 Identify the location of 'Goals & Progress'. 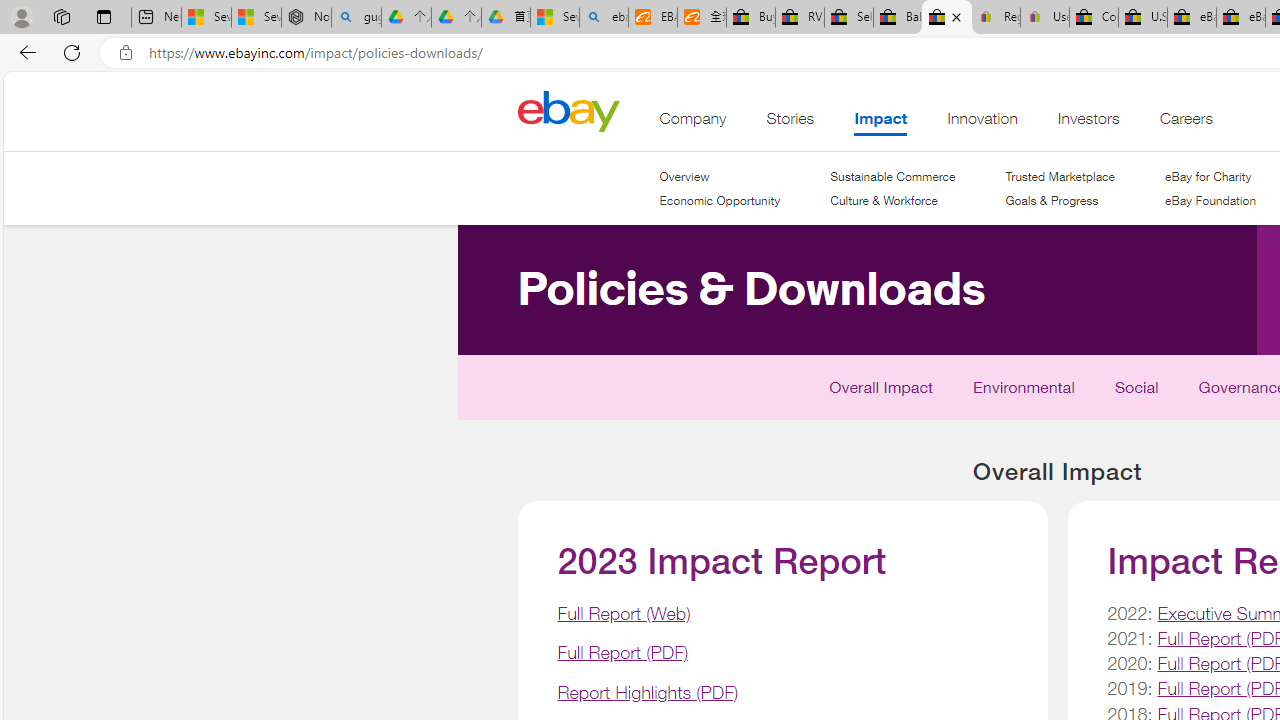
(1058, 201).